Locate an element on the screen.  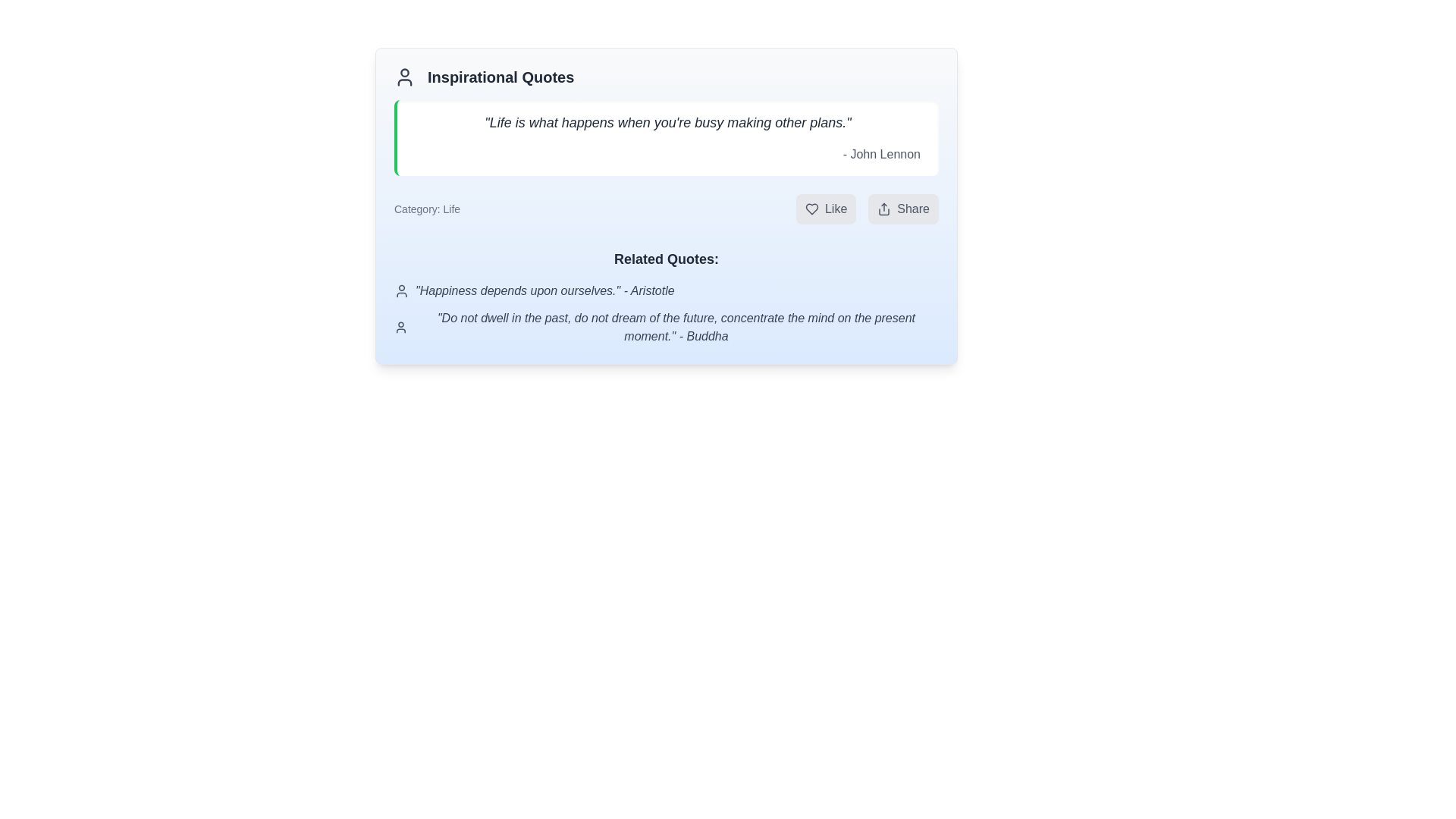
the sharing icon located to the right of the 'Like' button and to the left of the 'Share' text label is located at coordinates (884, 209).